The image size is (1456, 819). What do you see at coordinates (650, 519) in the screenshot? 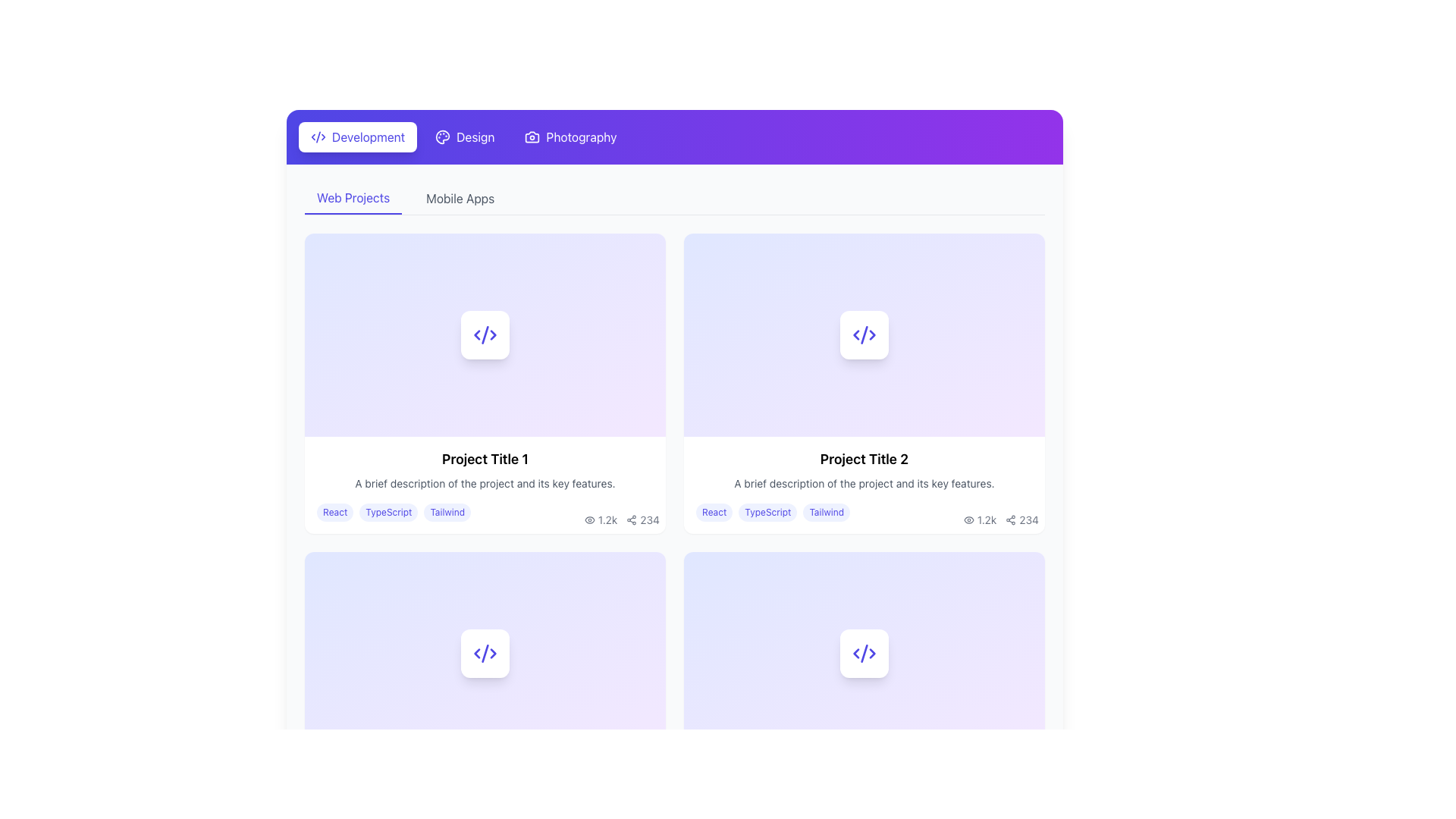
I see `the text label displaying '234' located in the bottom-right corner of the card for 'Project Title 2'` at bounding box center [650, 519].